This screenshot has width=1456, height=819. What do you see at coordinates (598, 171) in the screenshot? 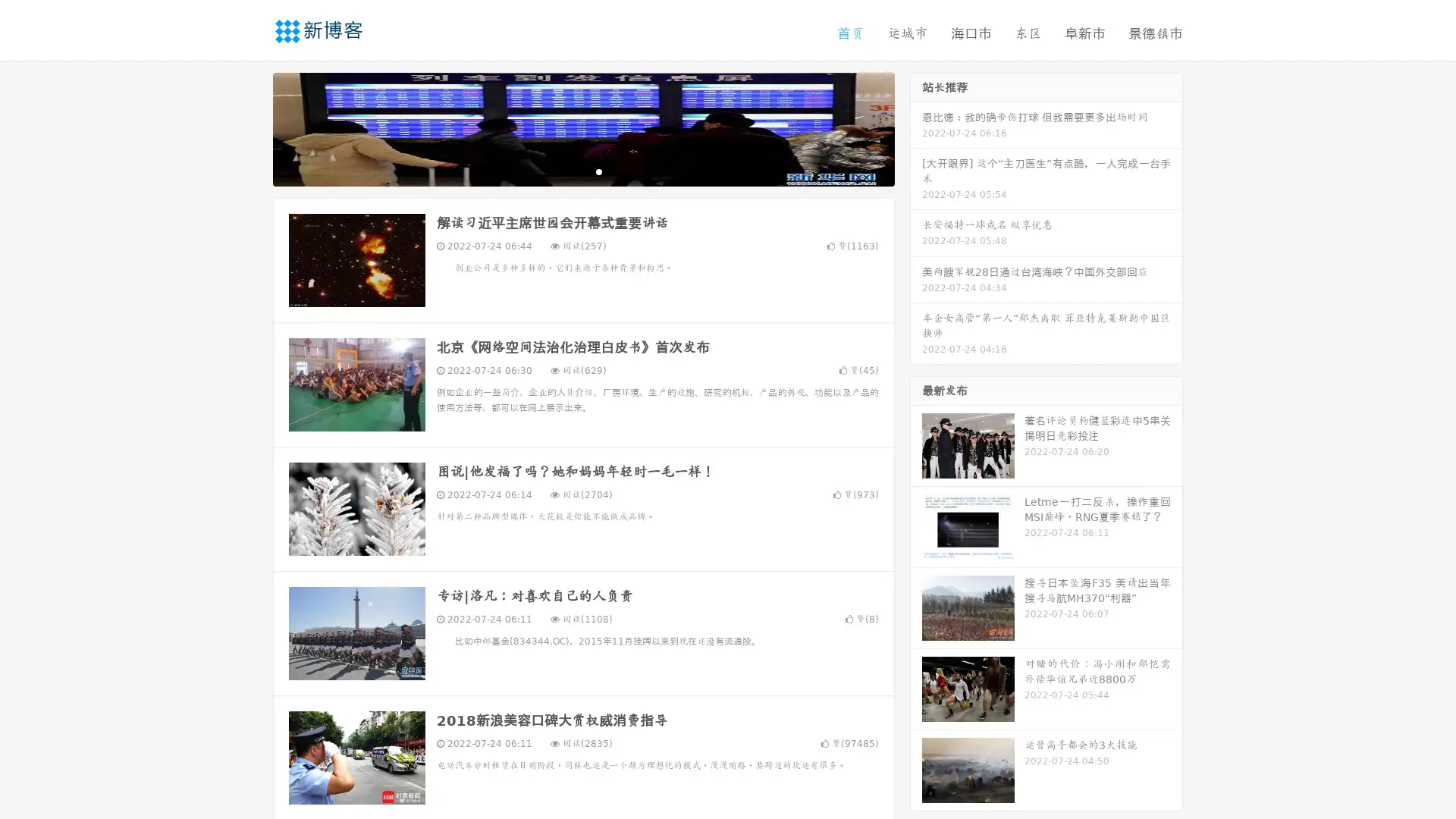
I see `Go to slide 3` at bounding box center [598, 171].